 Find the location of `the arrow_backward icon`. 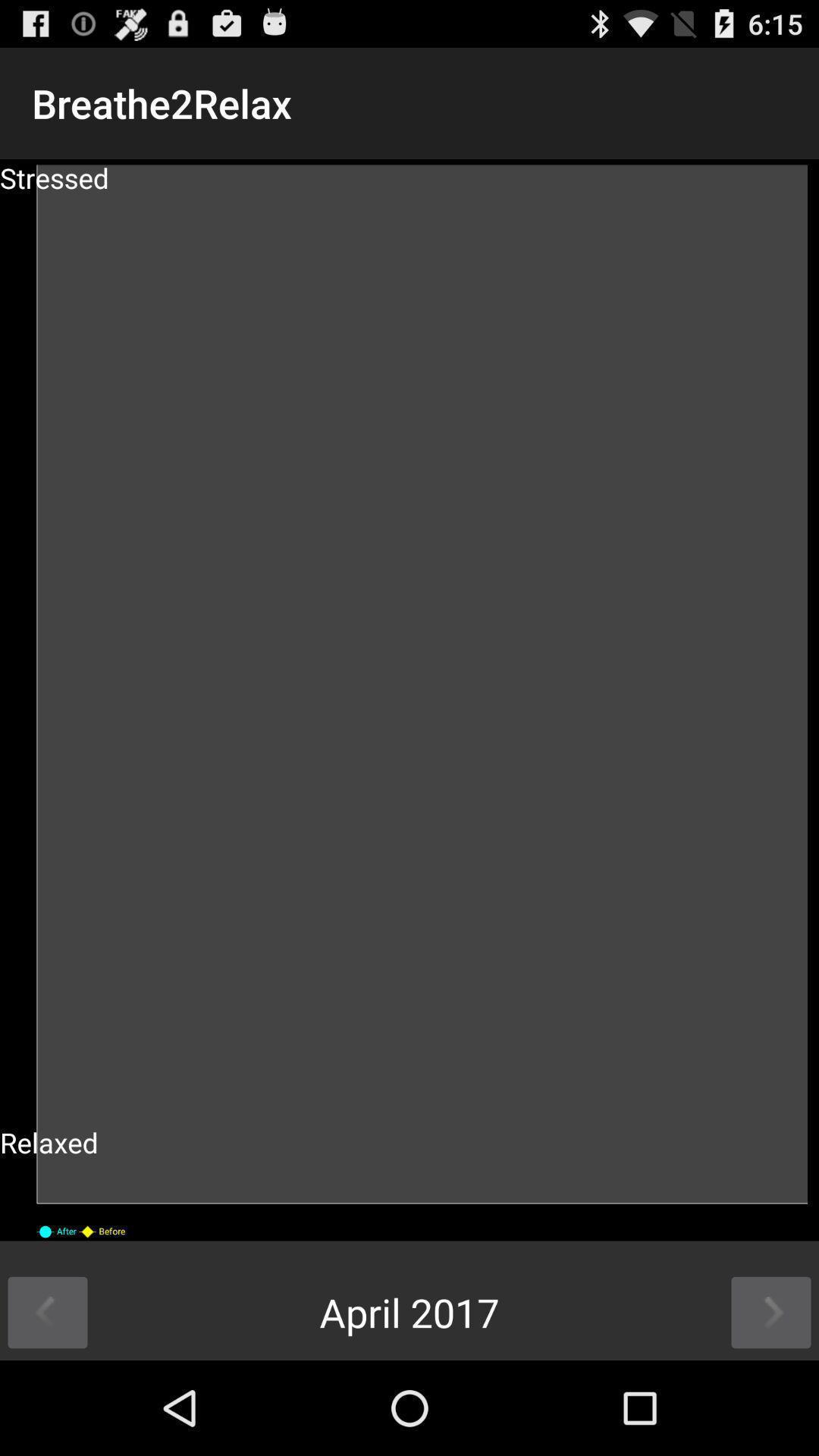

the arrow_backward icon is located at coordinates (46, 1404).